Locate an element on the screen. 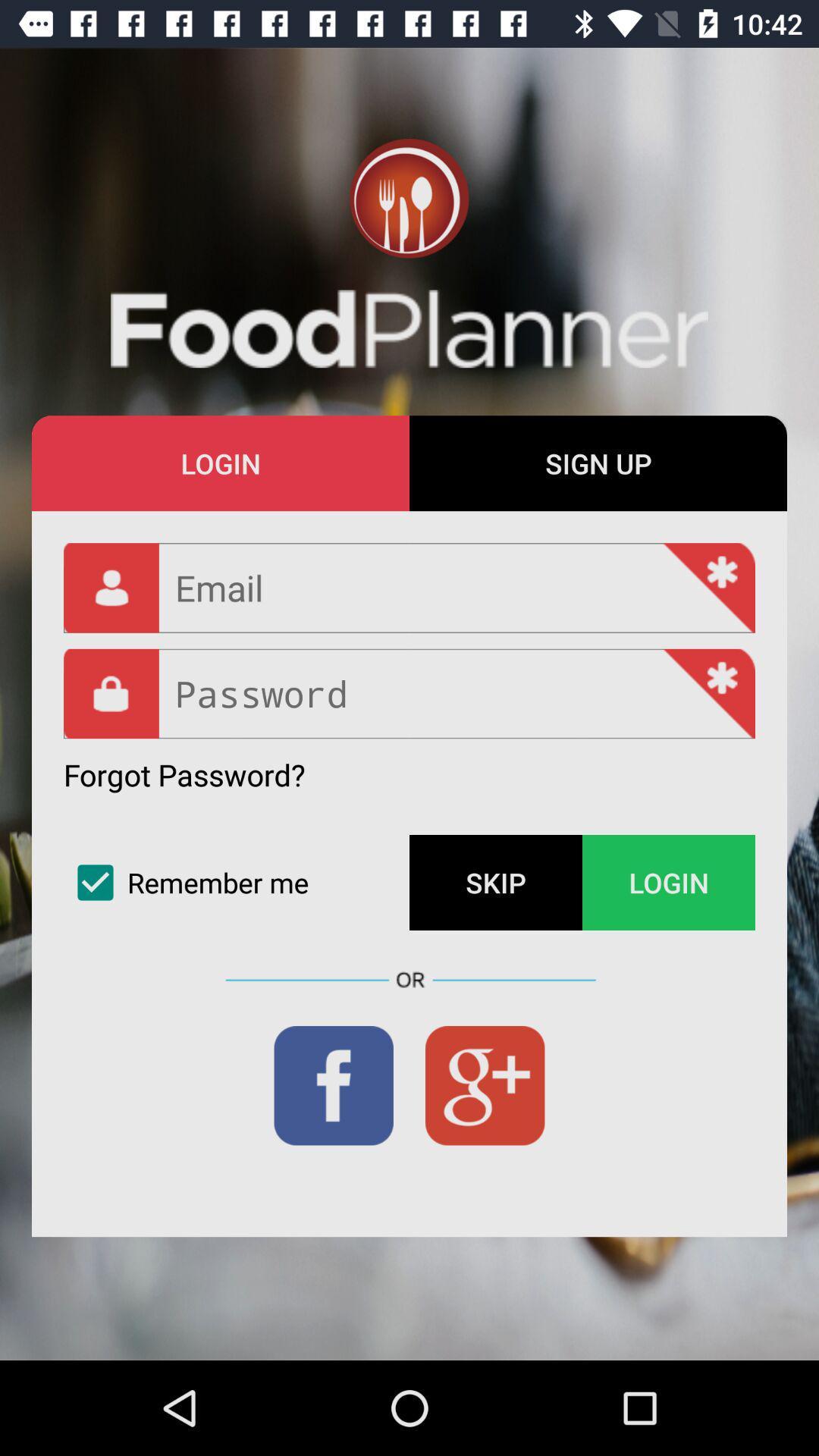  the item below forgot password? icon is located at coordinates (237, 883).